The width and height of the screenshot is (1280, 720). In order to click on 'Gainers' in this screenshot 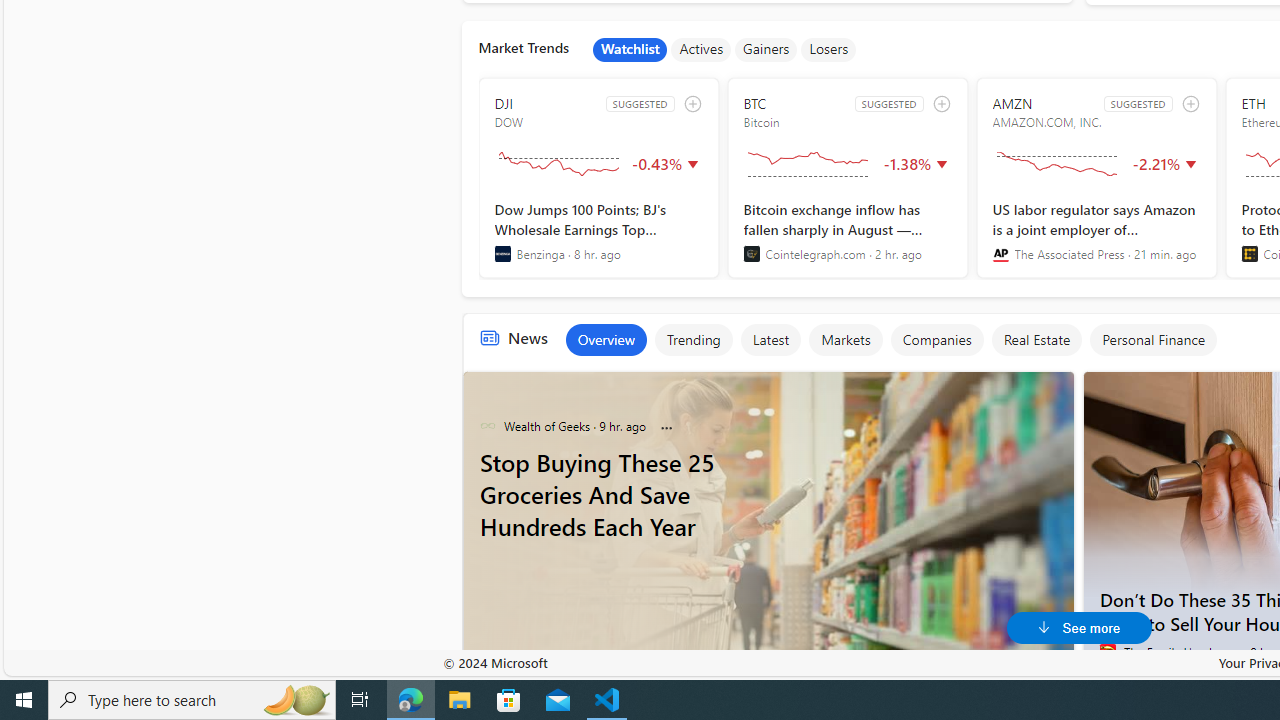, I will do `click(765, 49)`.